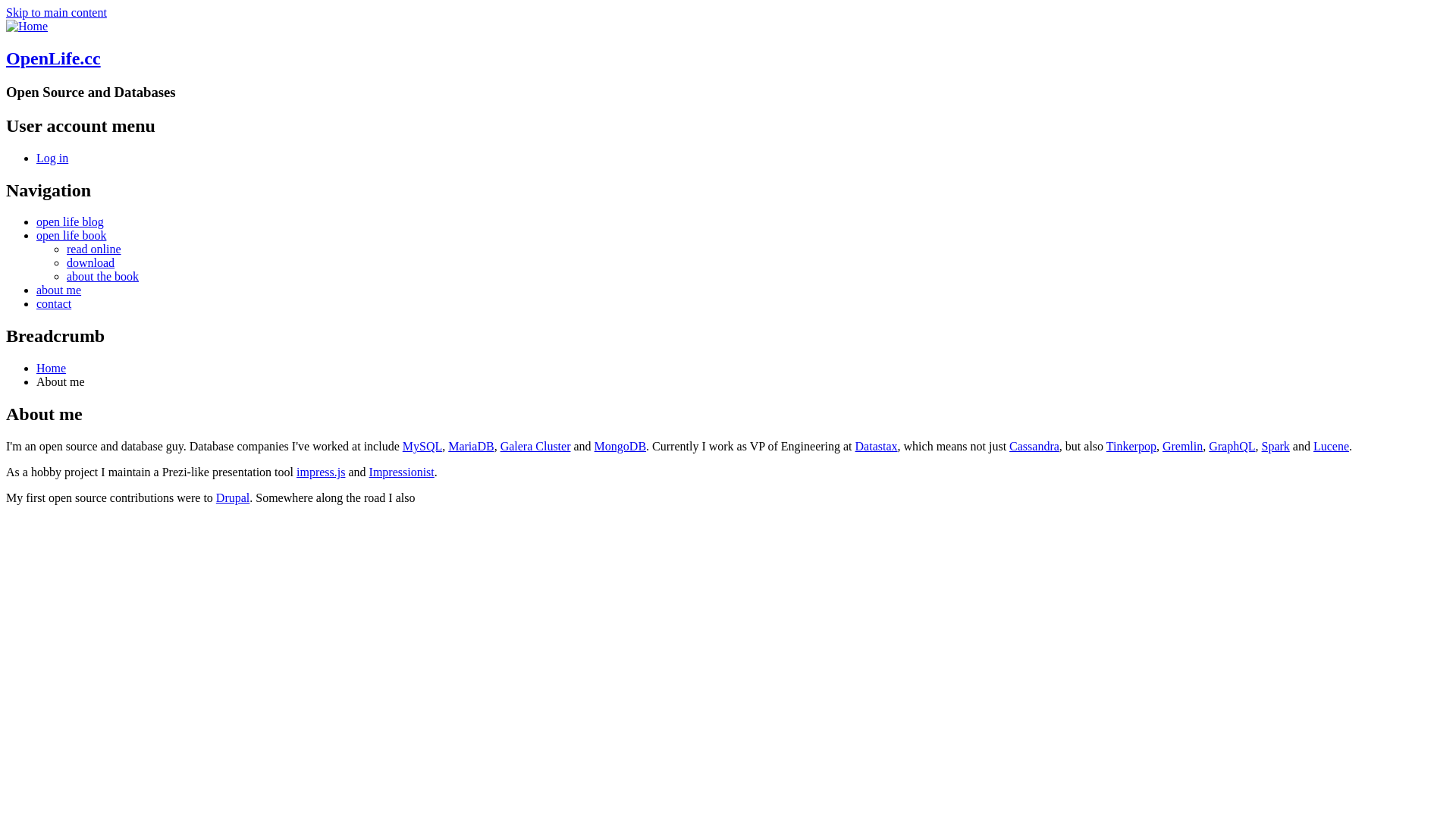 The height and width of the screenshot is (819, 1456). What do you see at coordinates (1207, 445) in the screenshot?
I see `'GraphQL'` at bounding box center [1207, 445].